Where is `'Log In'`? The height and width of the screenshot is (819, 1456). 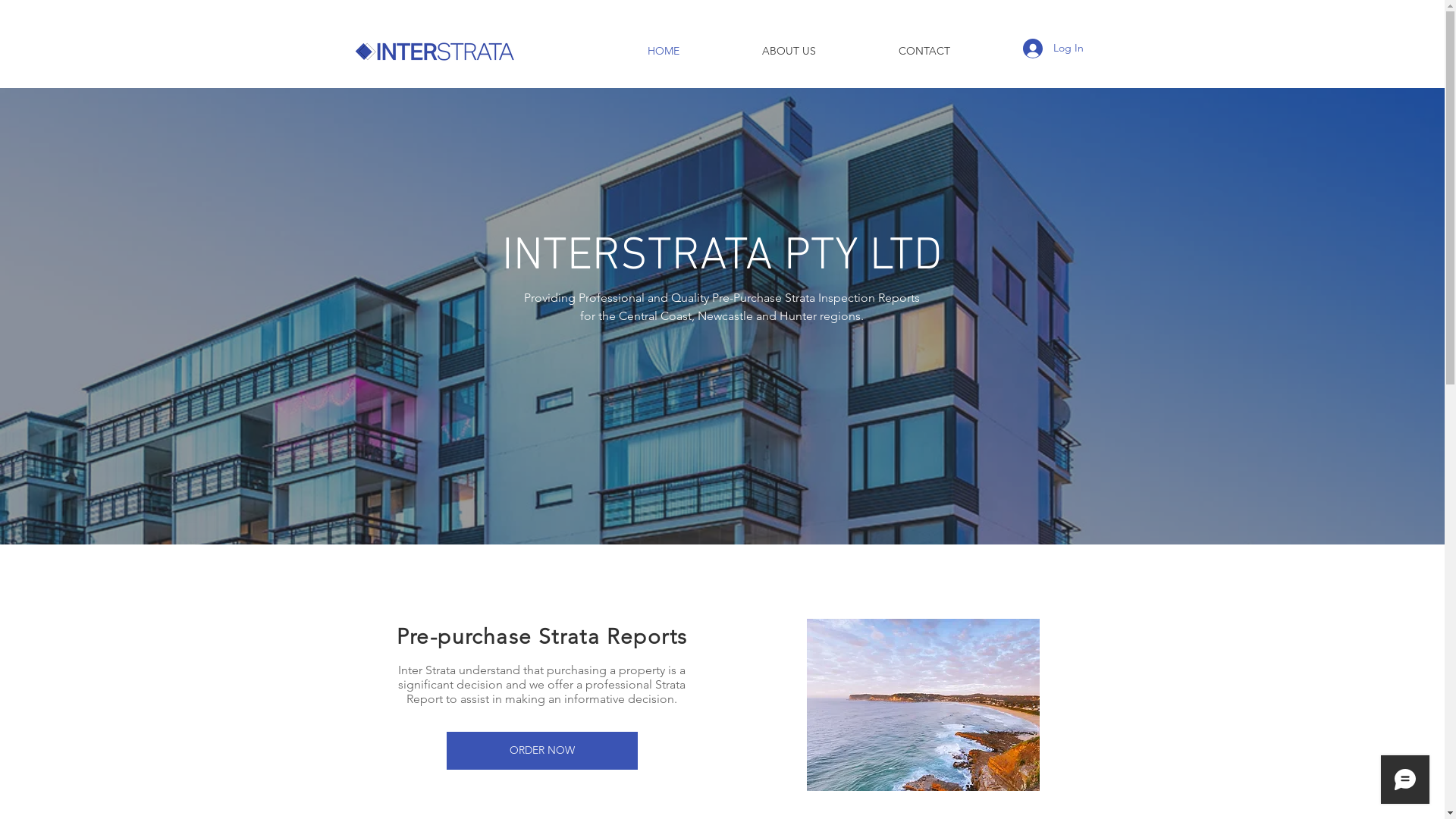 'Log In' is located at coordinates (1012, 48).